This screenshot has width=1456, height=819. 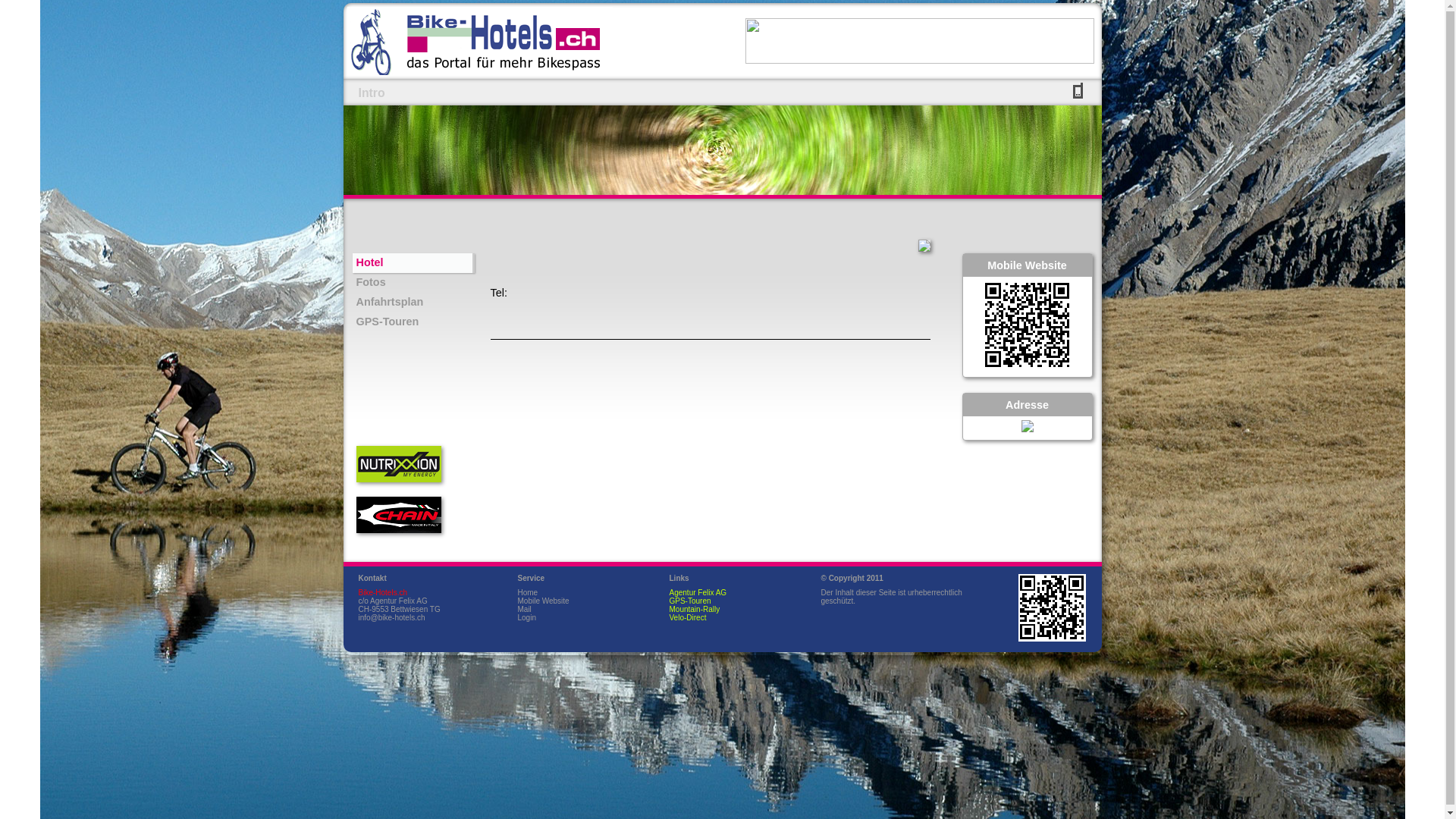 I want to click on 'Agentur Felix AG', so click(x=697, y=591).